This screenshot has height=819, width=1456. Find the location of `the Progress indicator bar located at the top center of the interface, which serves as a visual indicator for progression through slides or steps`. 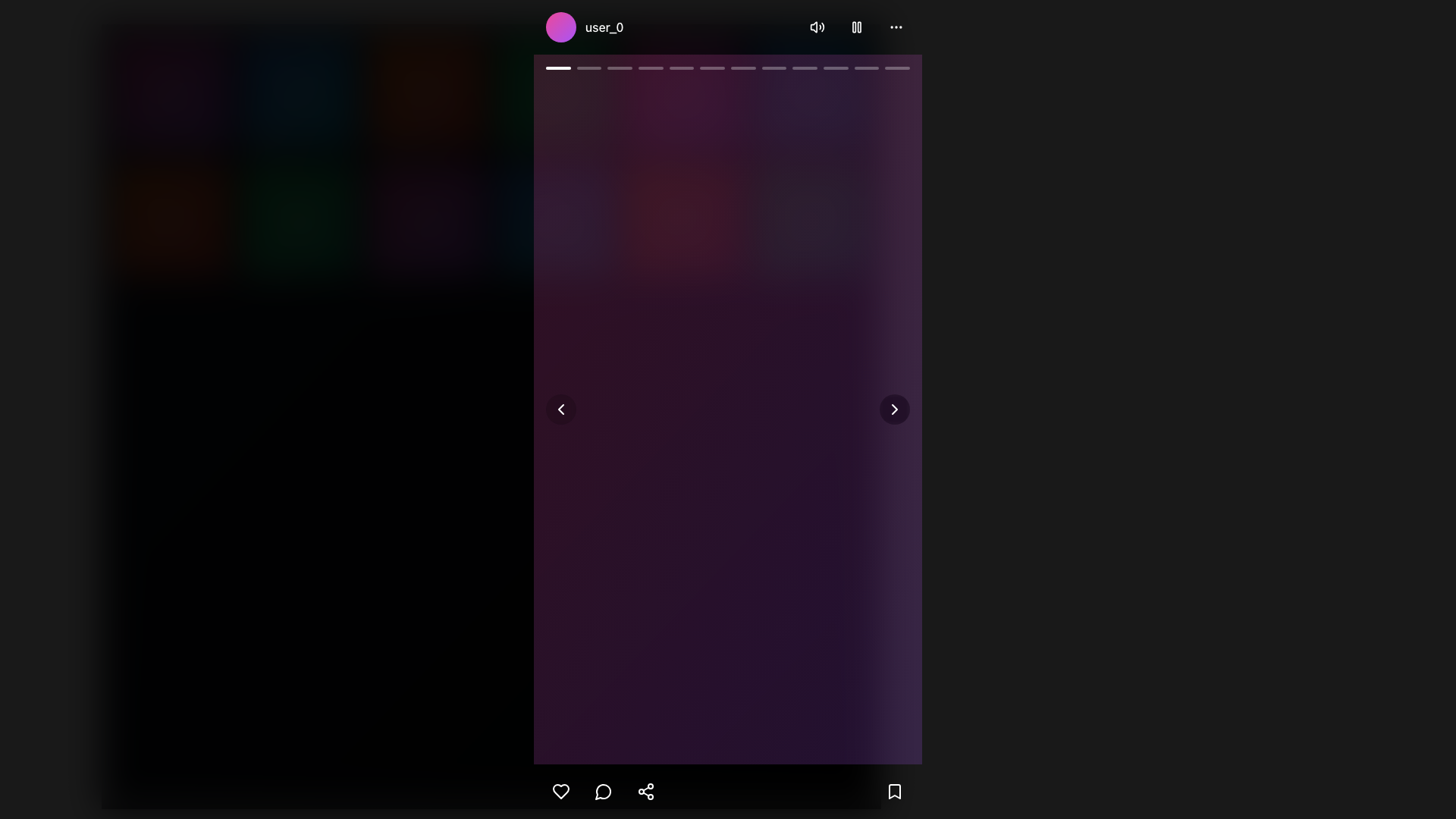

the Progress indicator bar located at the top center of the interface, which serves as a visual indicator for progression through slides or steps is located at coordinates (728, 67).